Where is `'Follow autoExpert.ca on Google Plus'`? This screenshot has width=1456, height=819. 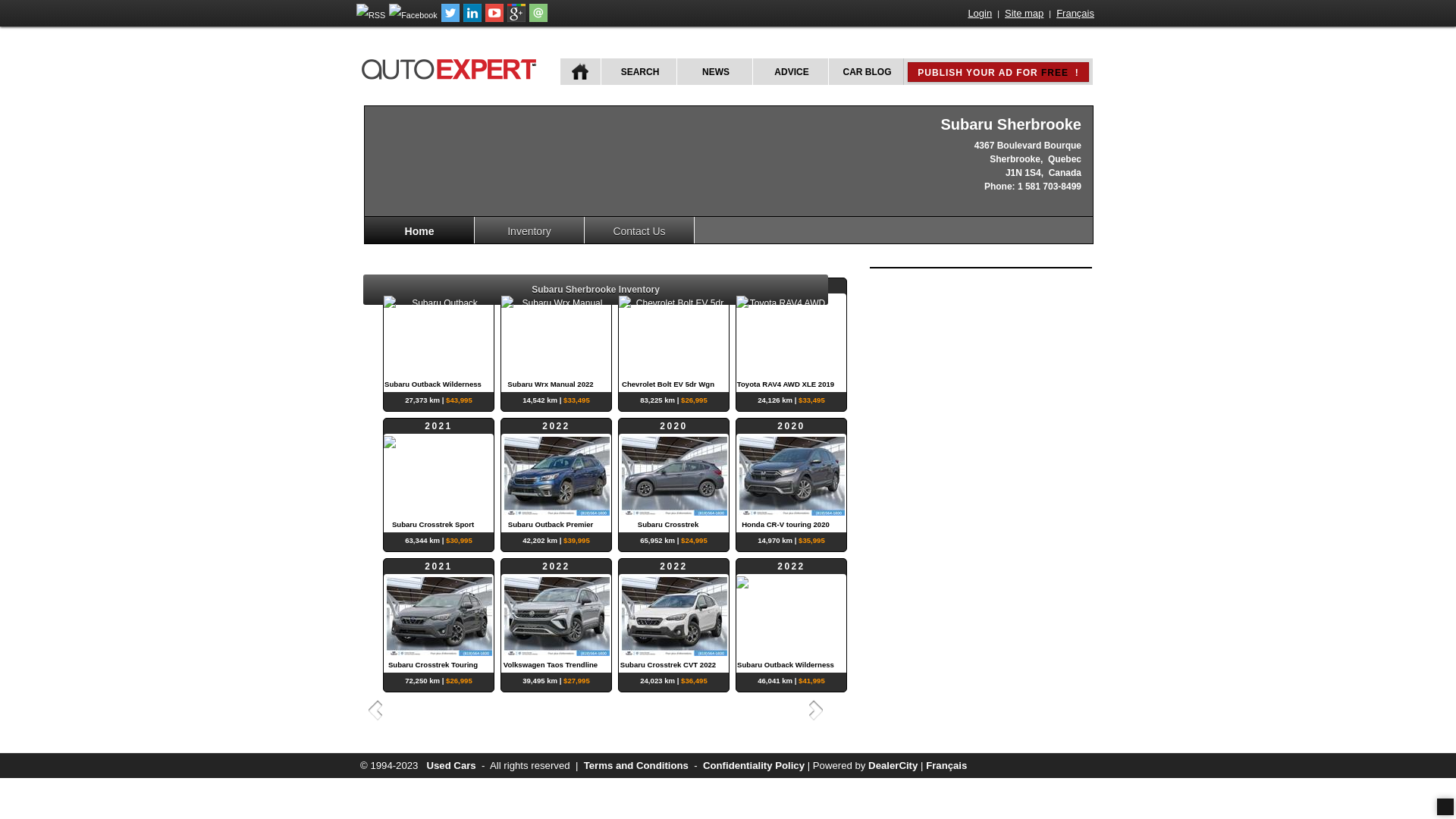
'Follow autoExpert.ca on Google Plus' is located at coordinates (516, 18).